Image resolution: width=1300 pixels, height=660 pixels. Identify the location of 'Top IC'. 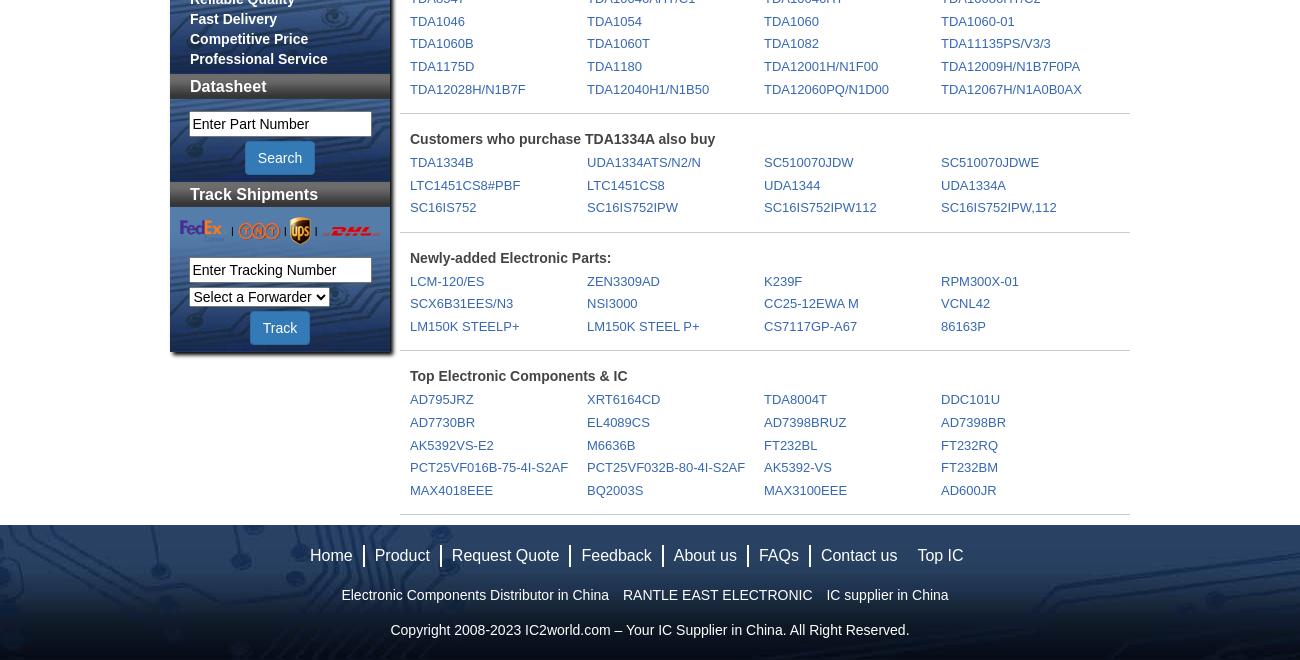
(940, 555).